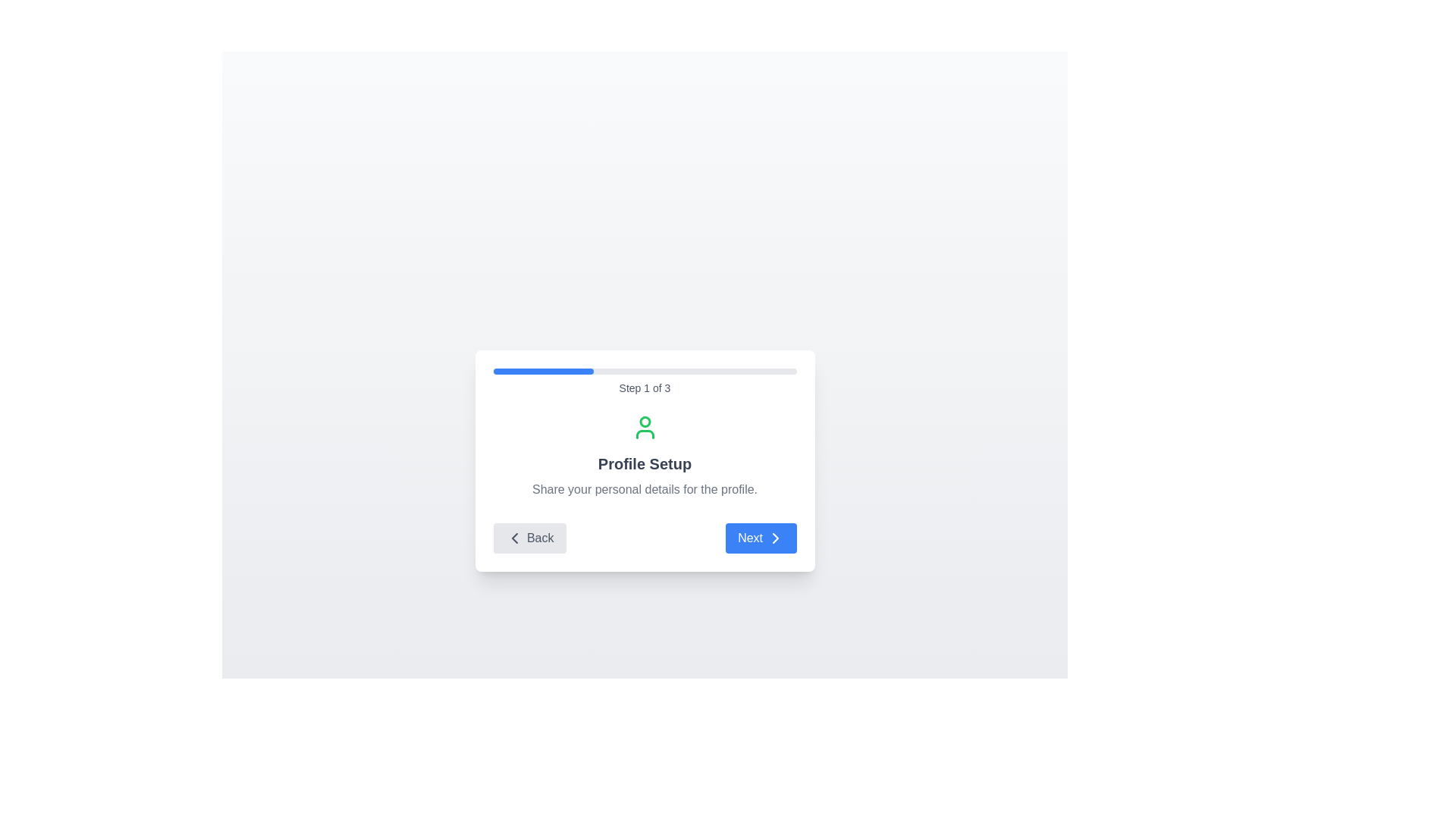 Image resolution: width=1456 pixels, height=819 pixels. What do you see at coordinates (645, 427) in the screenshot?
I see `the profile icon located centrally within the setup card, just above the 'Profile Setup' header text` at bounding box center [645, 427].